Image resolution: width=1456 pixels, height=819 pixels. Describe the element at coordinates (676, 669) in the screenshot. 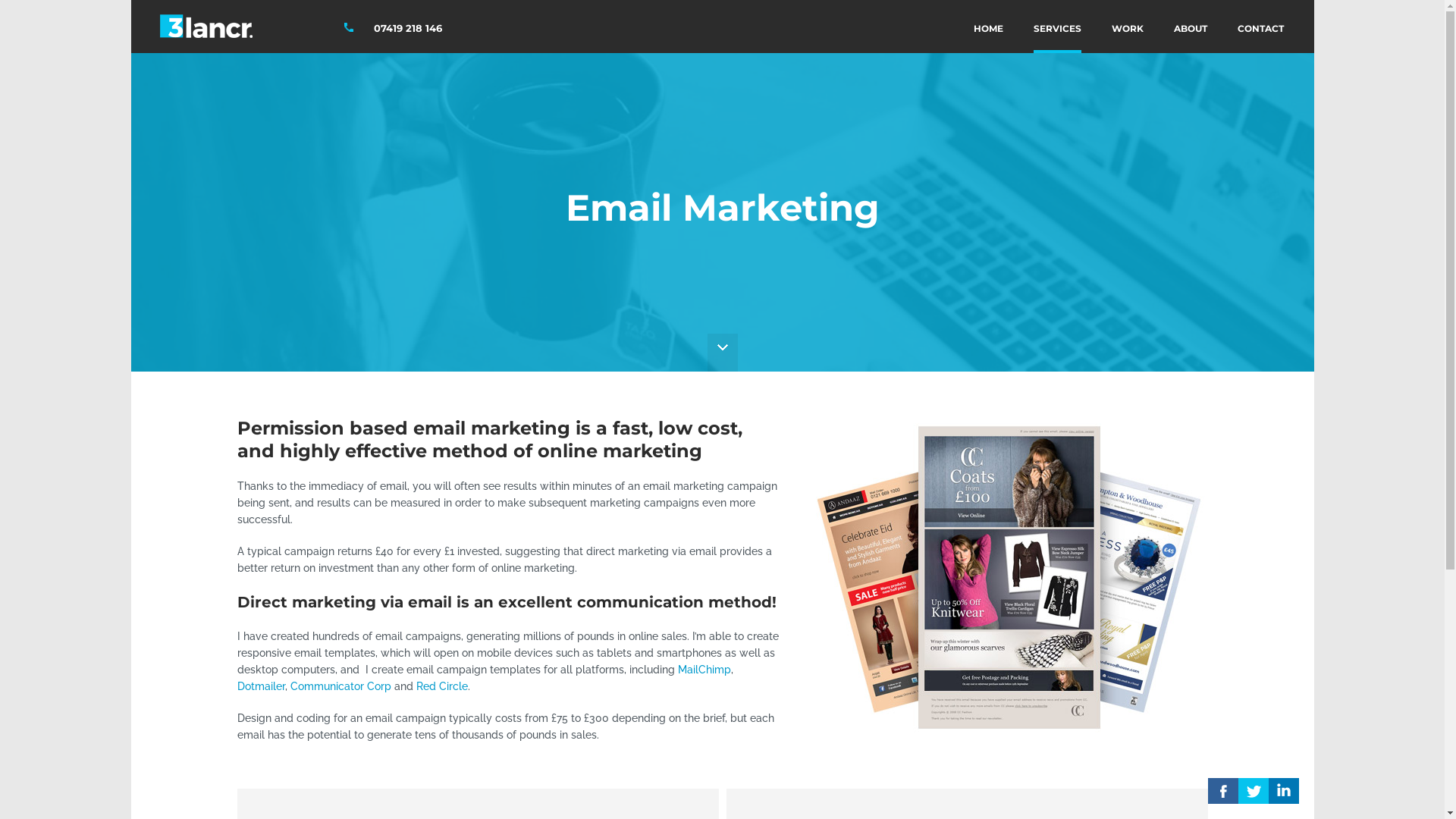

I see `'MailChimp'` at that location.